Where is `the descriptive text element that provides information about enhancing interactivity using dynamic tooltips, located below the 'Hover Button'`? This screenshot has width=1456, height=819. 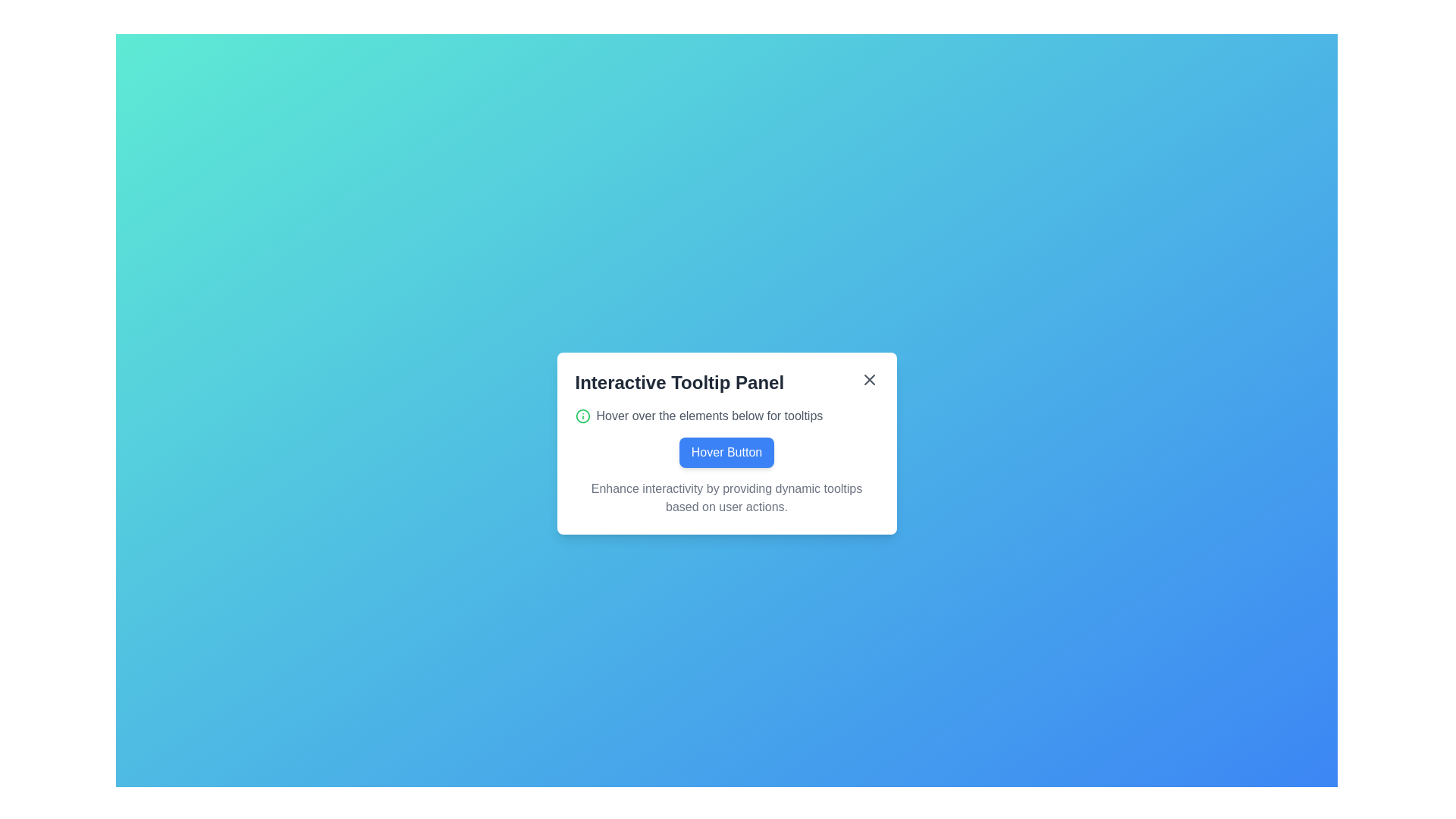
the descriptive text element that provides information about enhancing interactivity using dynamic tooltips, located below the 'Hover Button' is located at coordinates (726, 497).